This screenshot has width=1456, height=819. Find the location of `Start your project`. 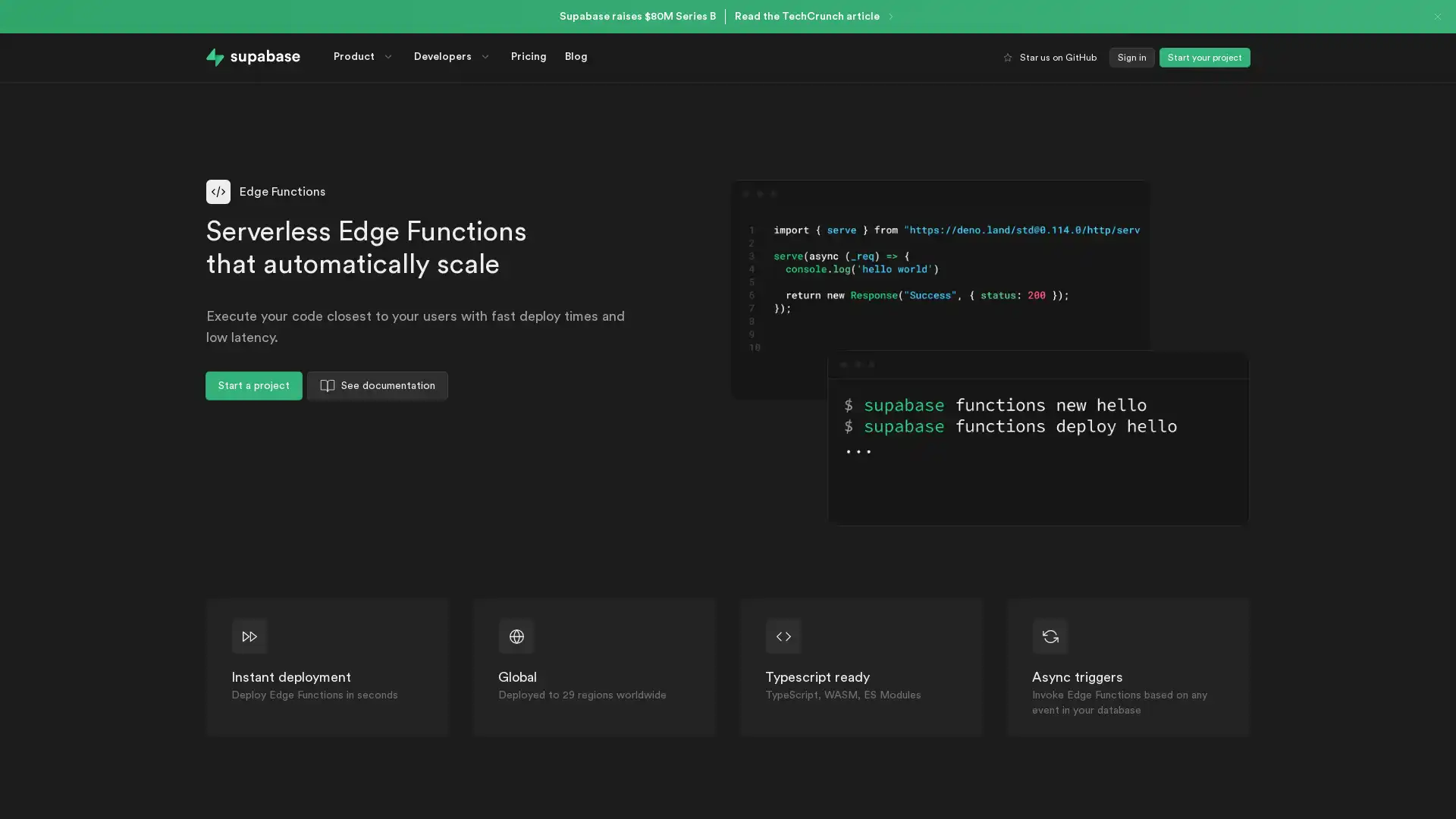

Start your project is located at coordinates (1203, 57).